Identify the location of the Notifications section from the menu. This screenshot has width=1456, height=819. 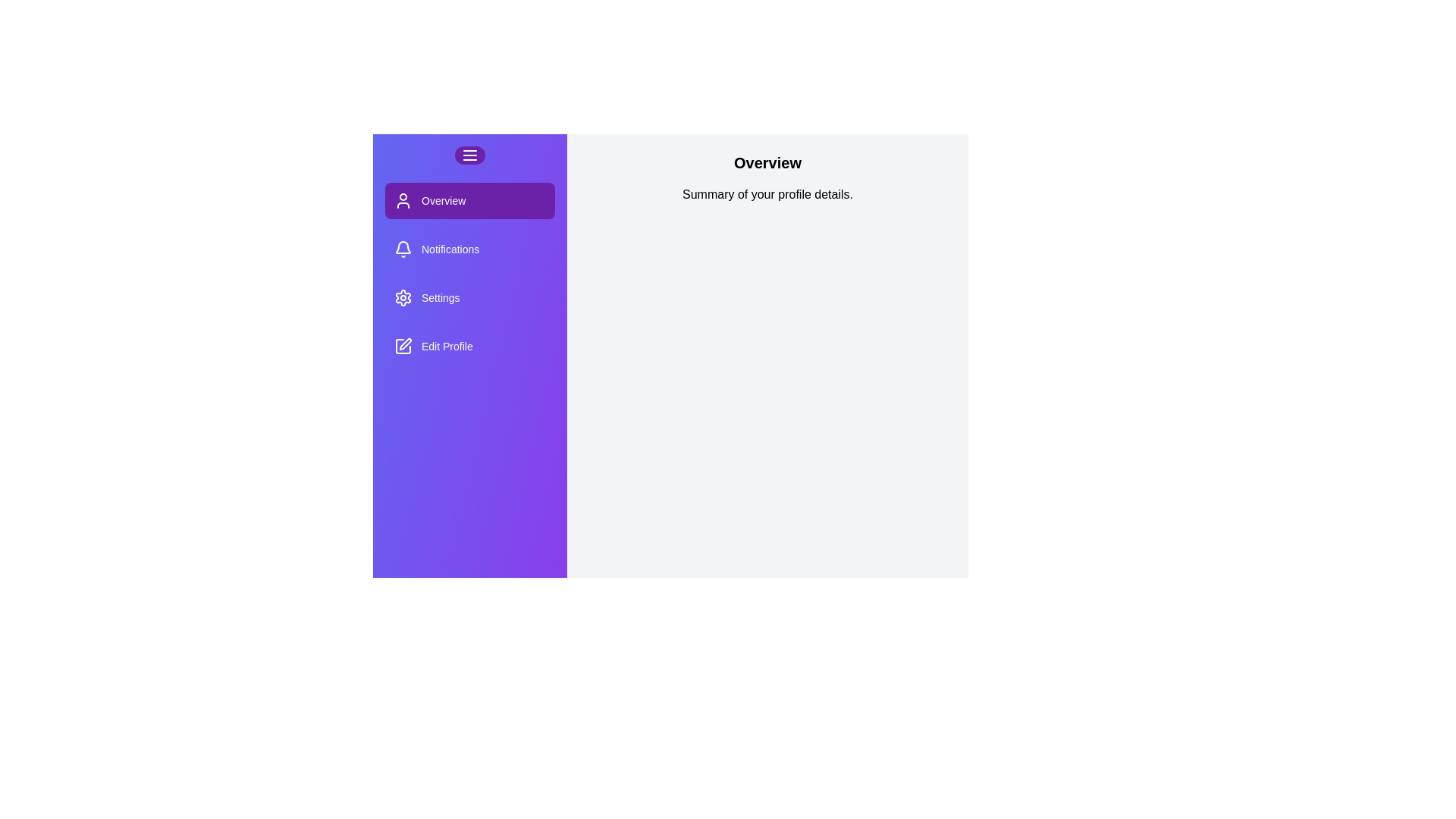
(469, 248).